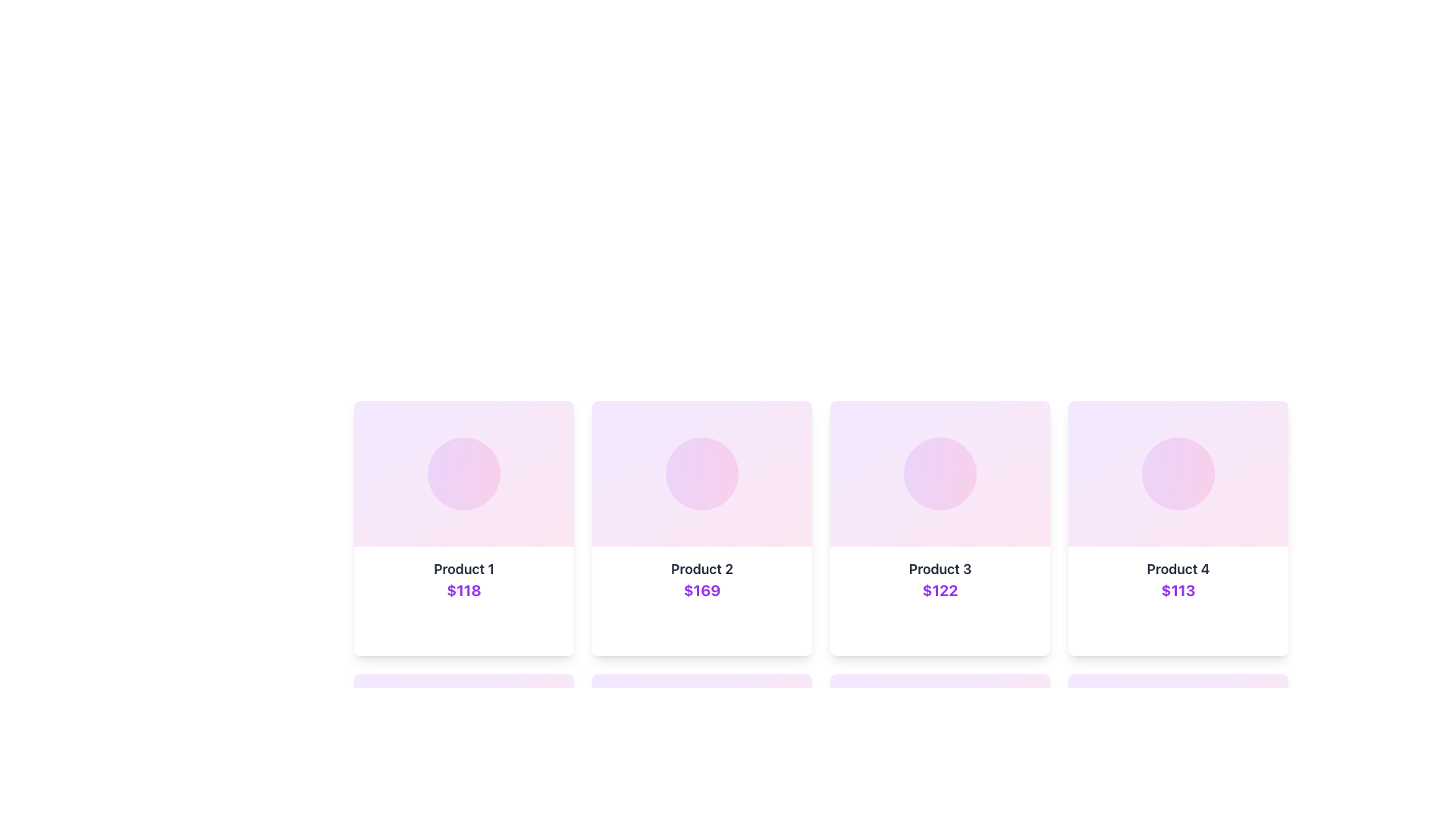 This screenshot has height=819, width=1456. What do you see at coordinates (463, 601) in the screenshot?
I see `displayed information from the informational text block that shows the title 'Product 1' in bold and the price '$118' beneath it, located at the bottom of the first card in a horizontal sequence` at bounding box center [463, 601].